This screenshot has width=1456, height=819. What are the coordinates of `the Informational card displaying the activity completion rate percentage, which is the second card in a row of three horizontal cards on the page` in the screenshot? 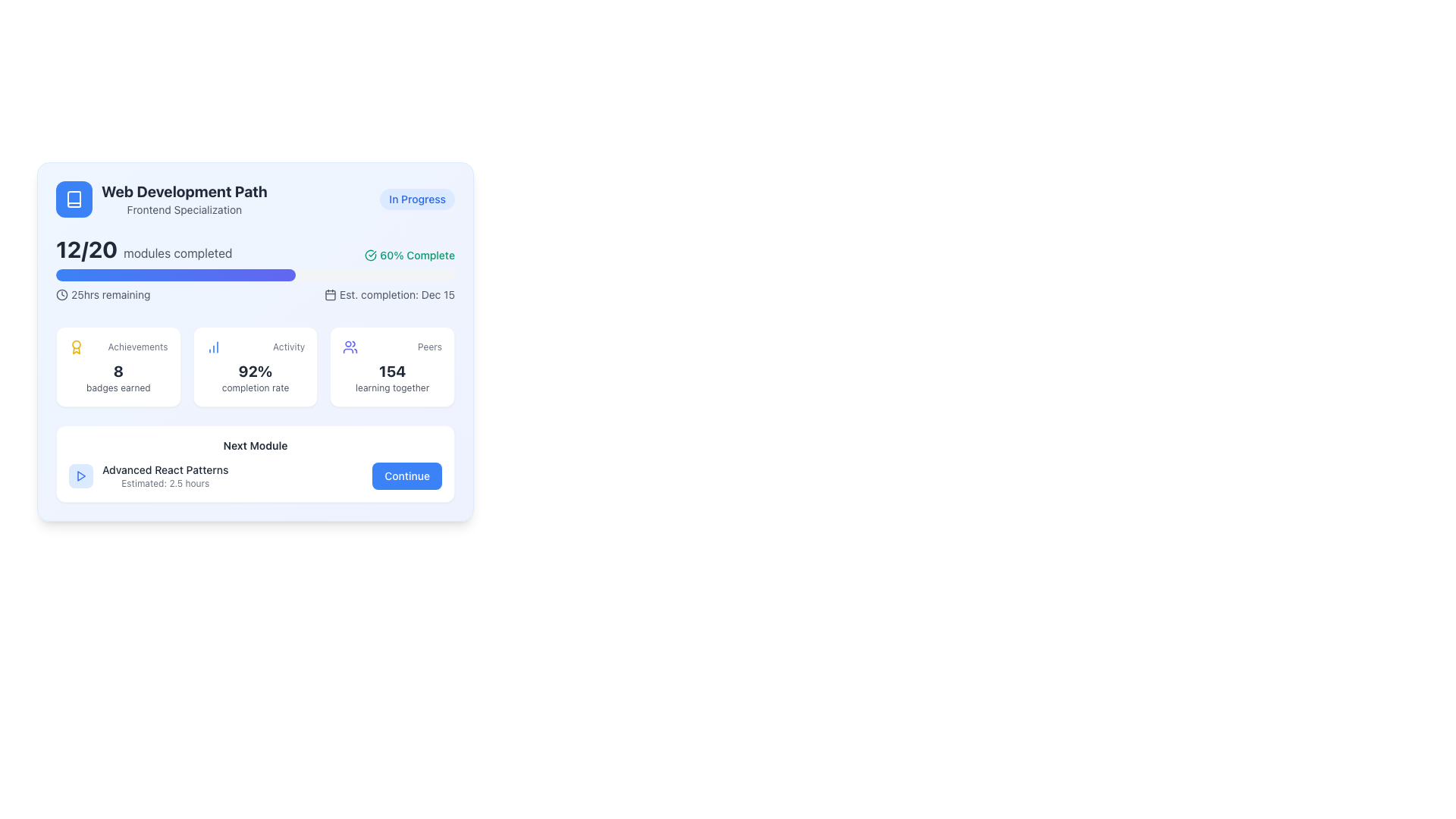 It's located at (255, 366).